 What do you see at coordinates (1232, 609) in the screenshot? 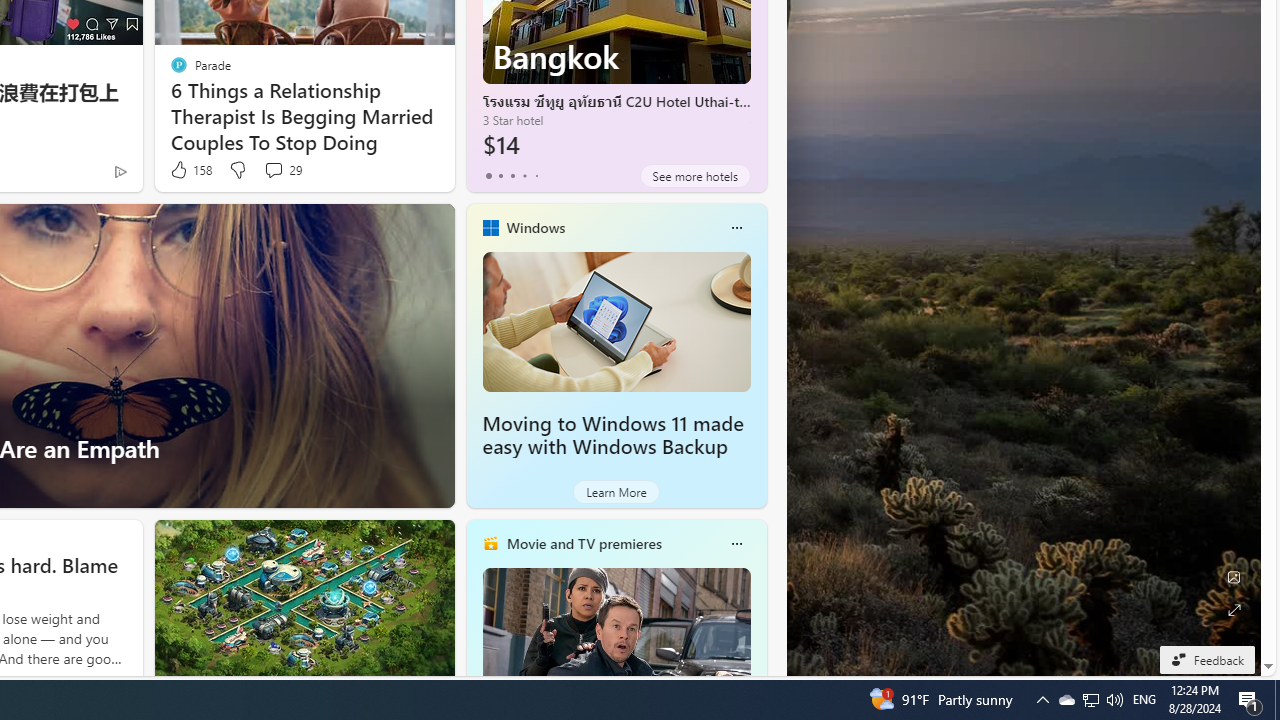
I see `'Expand background'` at bounding box center [1232, 609].